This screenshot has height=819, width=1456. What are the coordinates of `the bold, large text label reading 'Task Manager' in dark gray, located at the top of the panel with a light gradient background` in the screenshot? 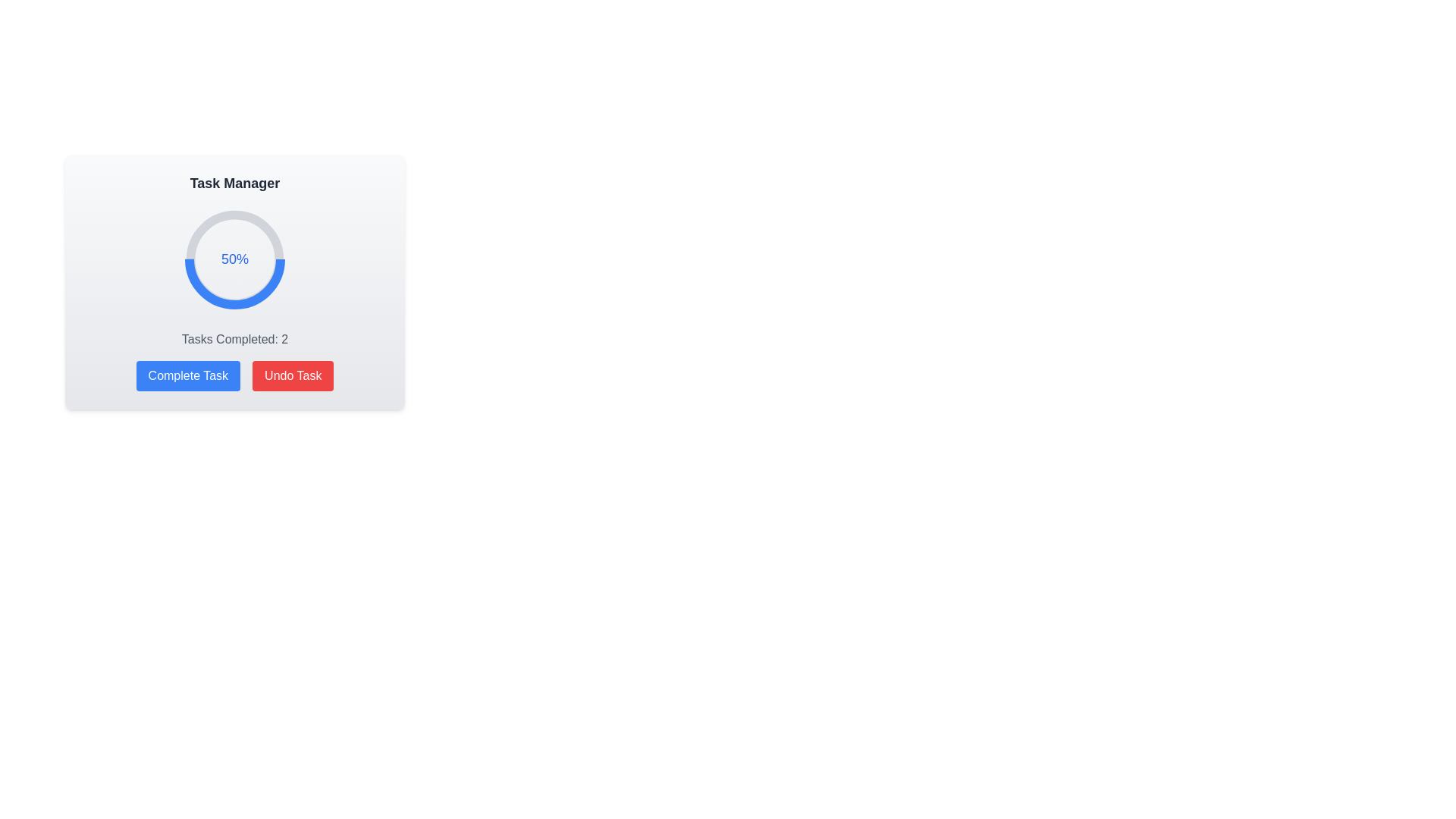 It's located at (234, 183).